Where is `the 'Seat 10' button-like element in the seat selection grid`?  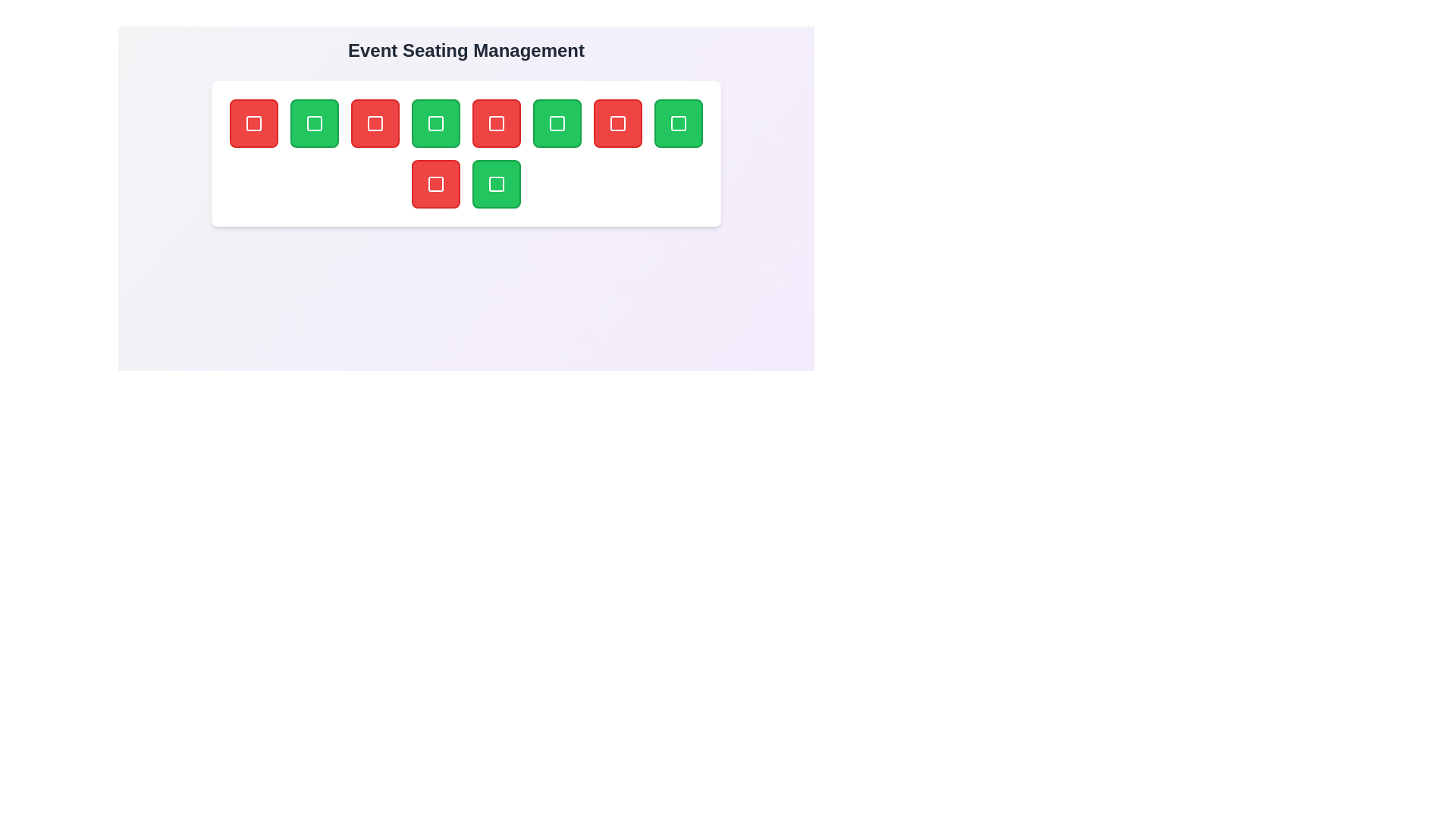
the 'Seat 10' button-like element in the seat selection grid is located at coordinates (496, 184).